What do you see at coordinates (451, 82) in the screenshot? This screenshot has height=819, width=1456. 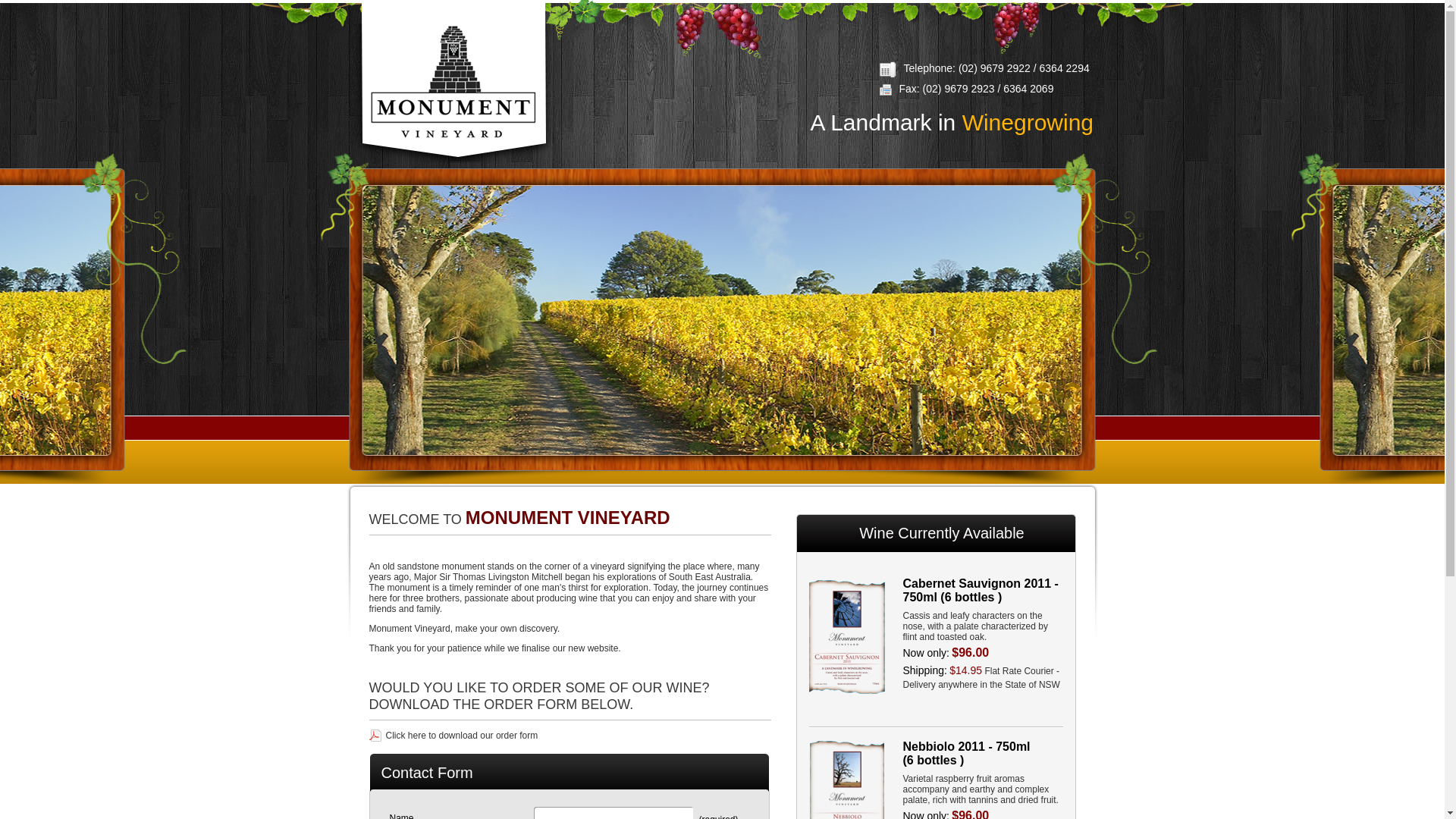 I see `'MOUMENT VINEYARD'` at bounding box center [451, 82].